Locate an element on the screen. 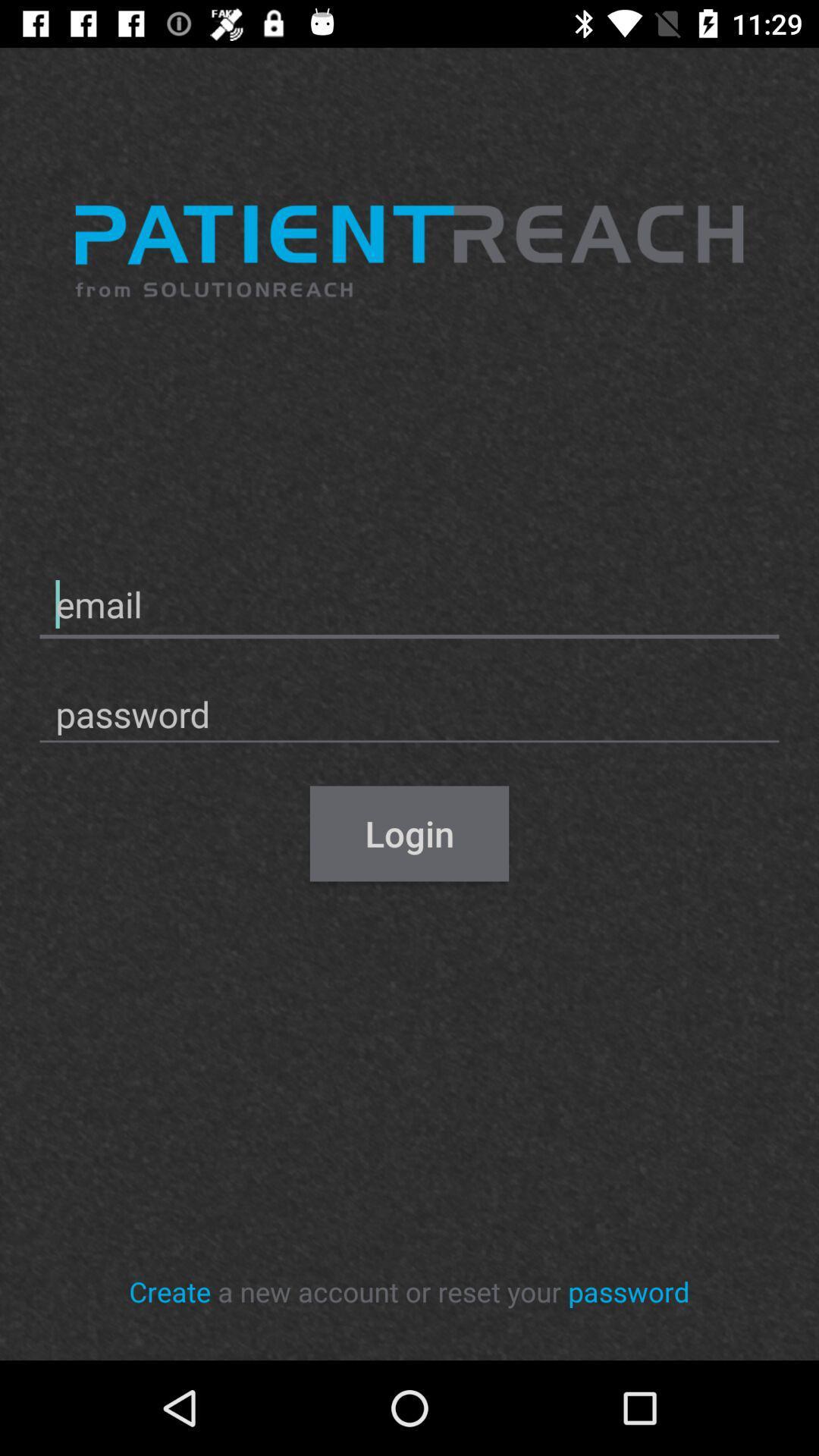 The image size is (819, 1456). the icon next to the a new account is located at coordinates (629, 1291).